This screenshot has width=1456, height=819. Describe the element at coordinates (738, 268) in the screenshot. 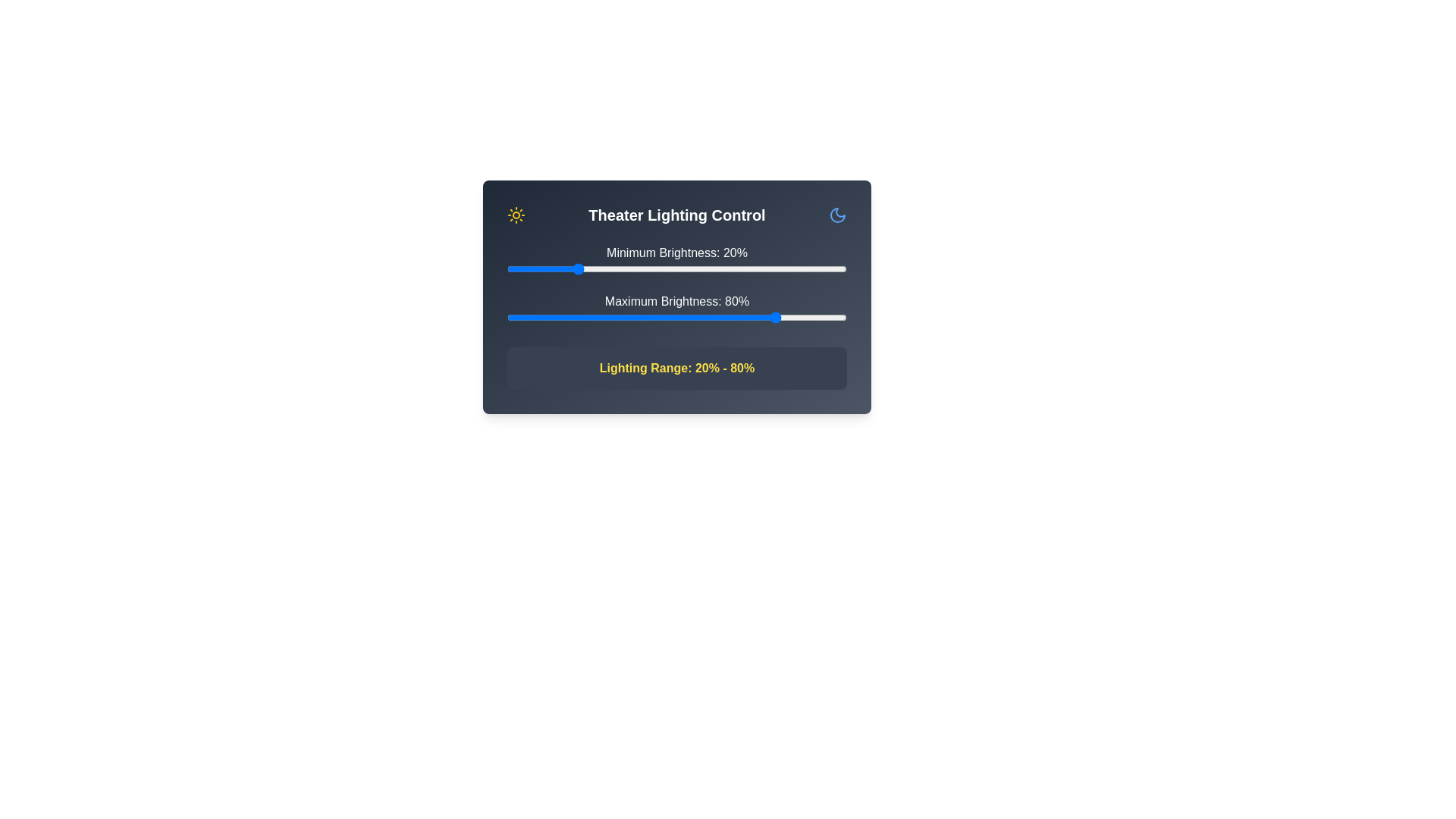

I see `the minimum brightness to 68% by interacting with the slider` at that location.